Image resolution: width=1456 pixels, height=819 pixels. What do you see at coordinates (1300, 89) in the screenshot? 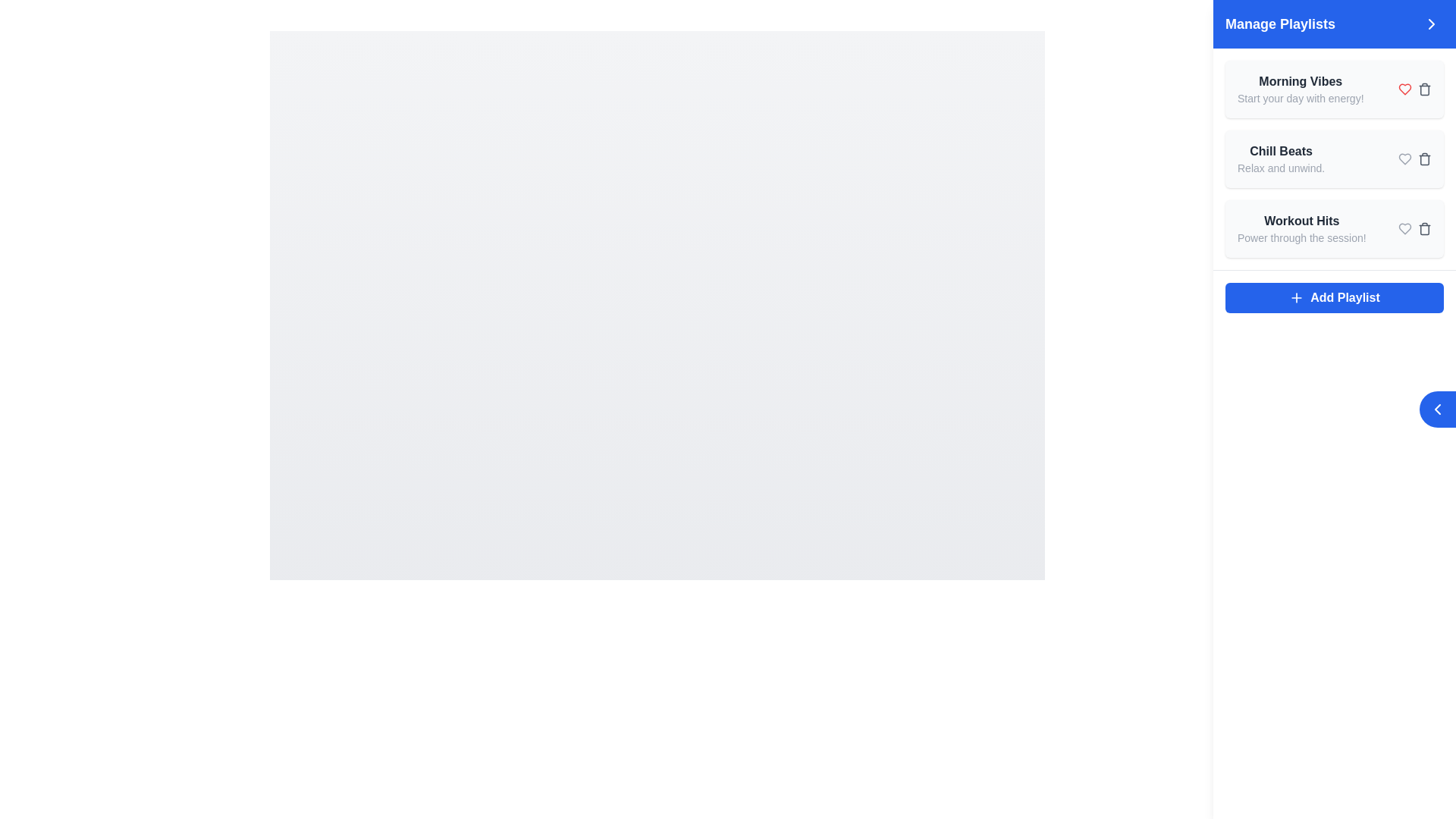
I see `the 'Morning Vibes' playlist item in the 'Manage Playlists' section` at bounding box center [1300, 89].